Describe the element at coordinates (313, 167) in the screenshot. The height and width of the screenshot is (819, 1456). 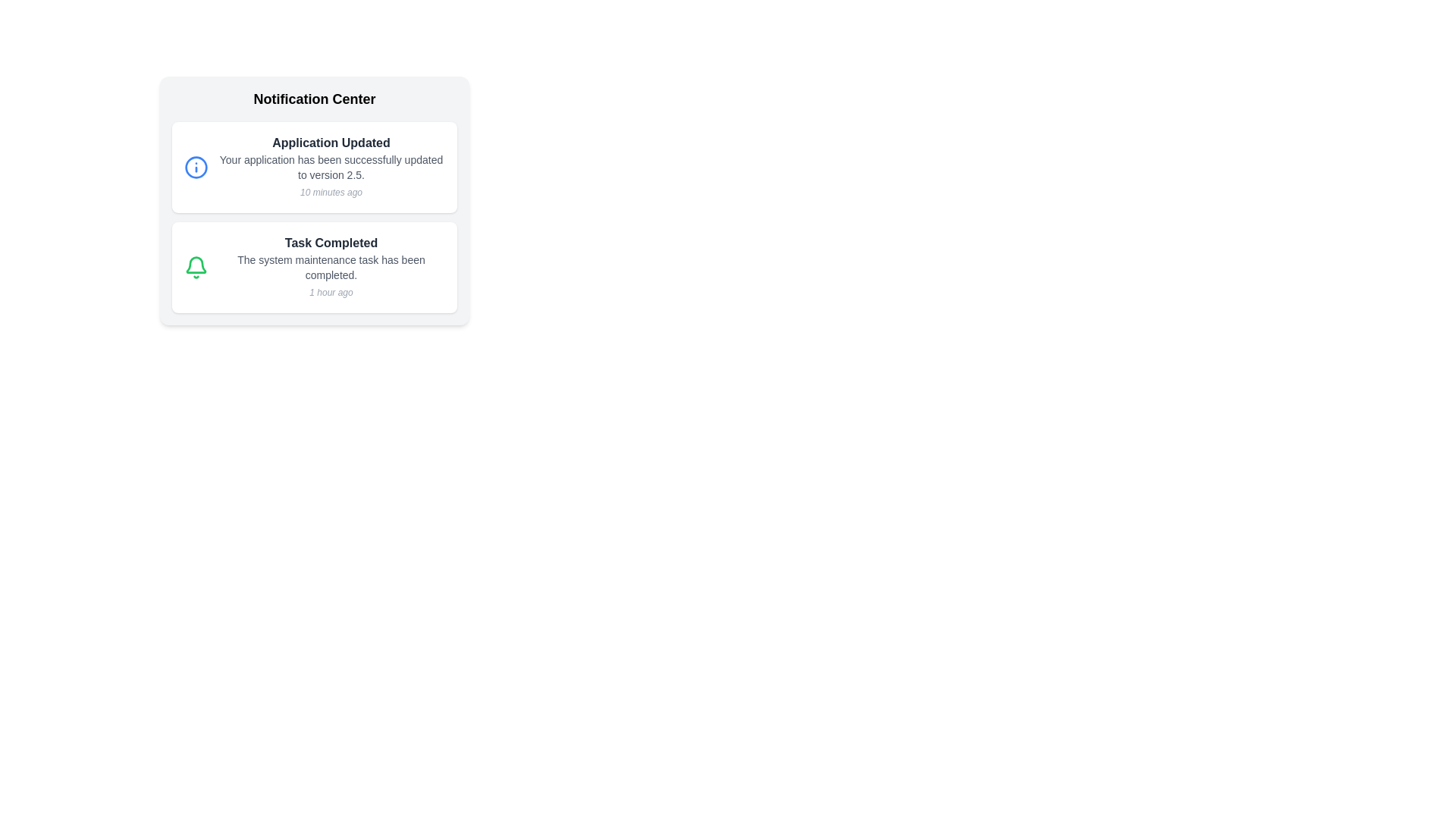
I see `the Notification card titled 'Application Updated', which is the top notification item in the Notification Center` at that location.